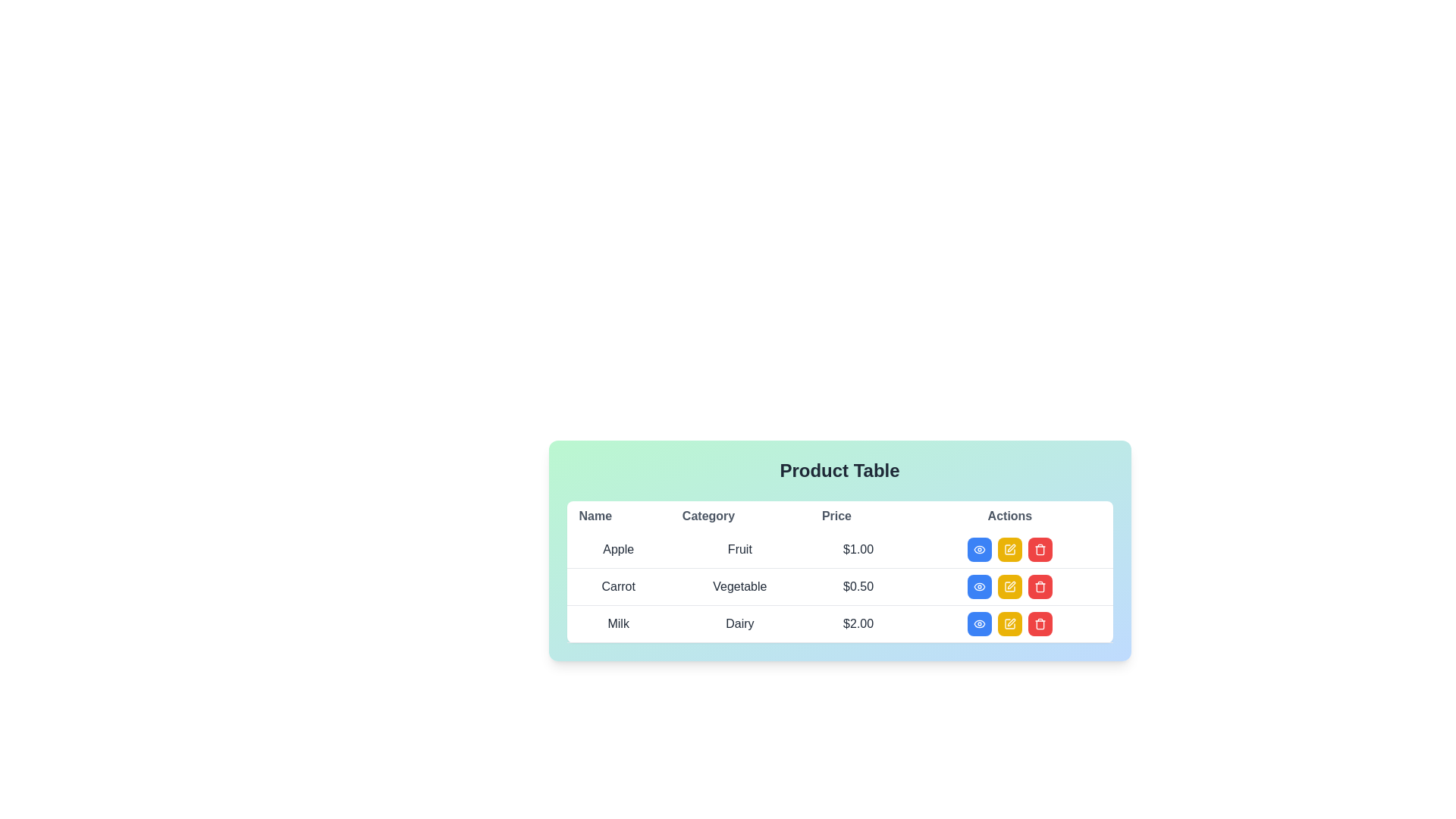 The image size is (1456, 819). I want to click on the 'Vegetable' text label located in the second row of the table under the header 'Category', which is situated between 'Carrot' and the price '$0.50', so click(739, 586).